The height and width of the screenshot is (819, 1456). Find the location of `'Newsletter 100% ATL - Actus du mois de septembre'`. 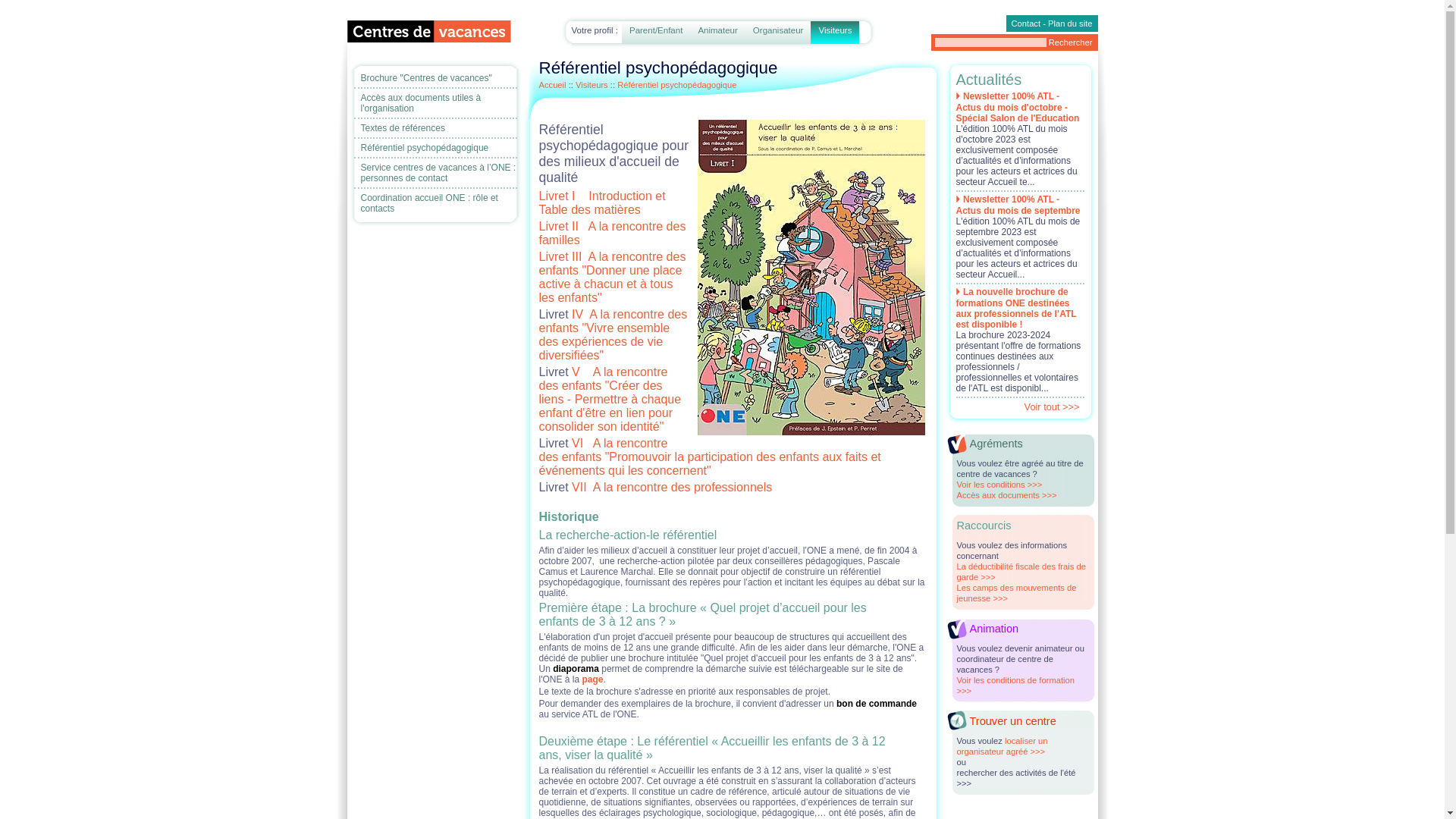

'Newsletter 100% ATL - Actus du mois de septembre' is located at coordinates (1018, 203).